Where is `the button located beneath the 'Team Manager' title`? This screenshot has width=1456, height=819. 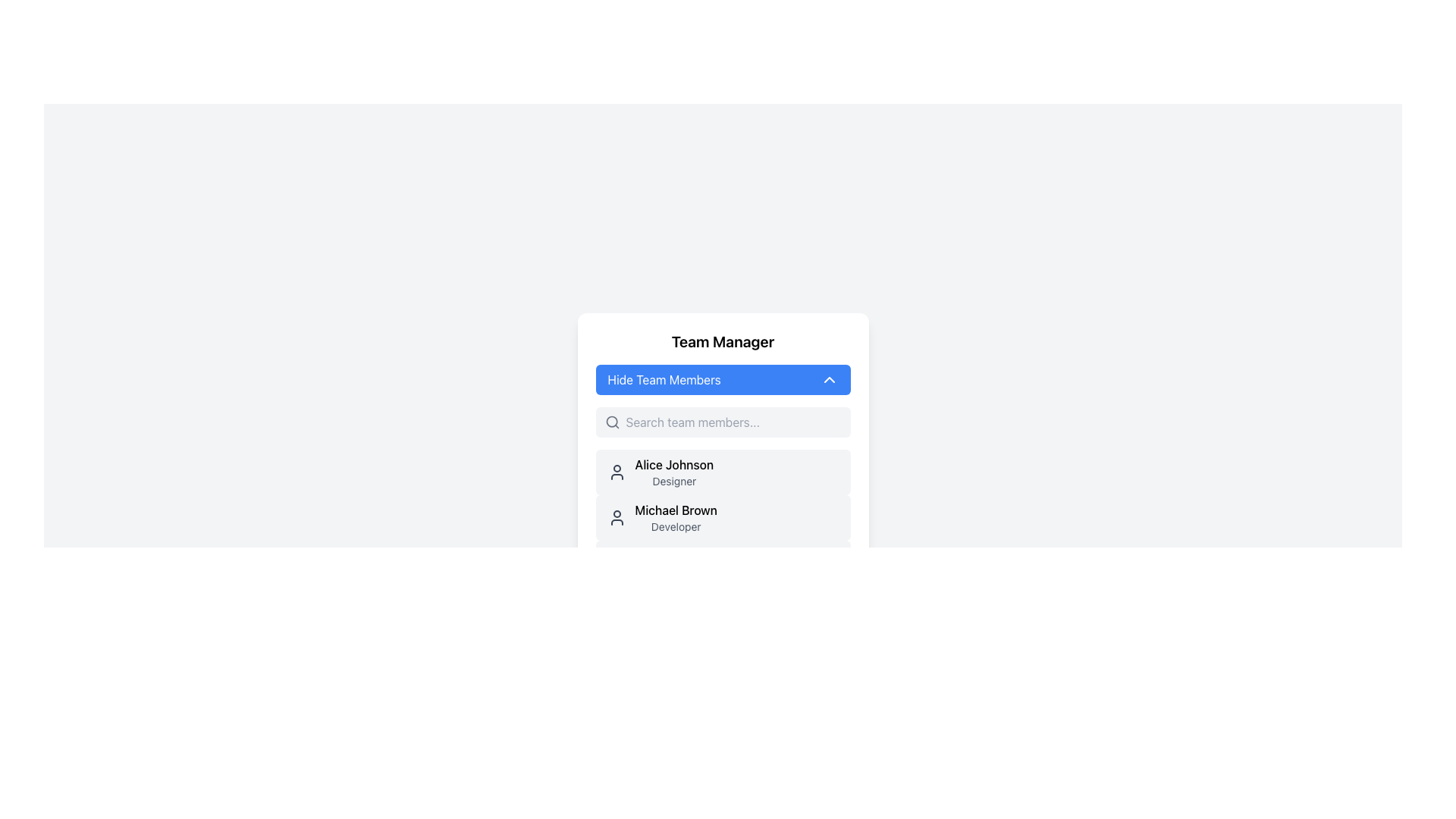 the button located beneath the 'Team Manager' title is located at coordinates (722, 379).